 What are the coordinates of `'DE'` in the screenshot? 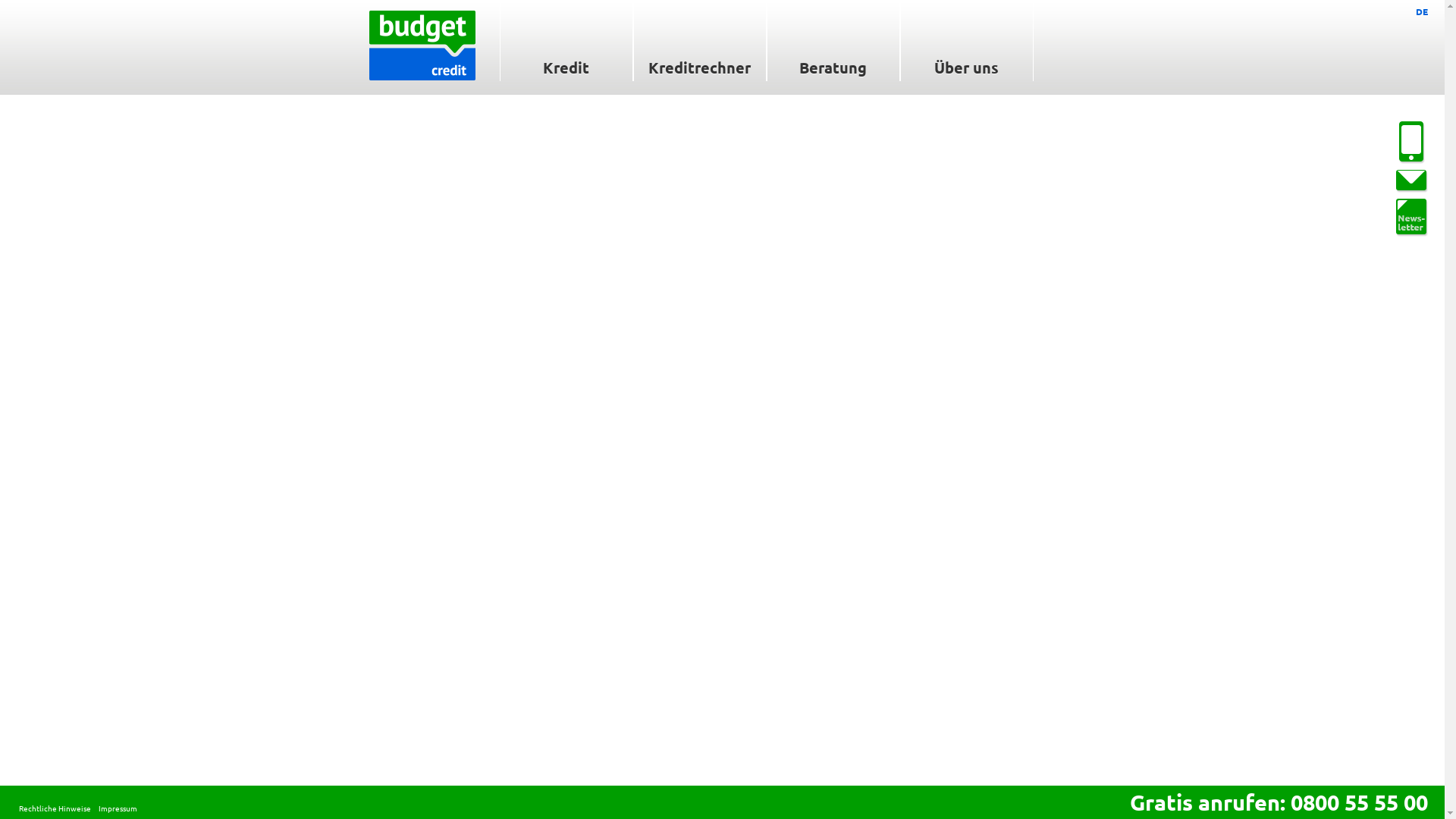 It's located at (1421, 11).